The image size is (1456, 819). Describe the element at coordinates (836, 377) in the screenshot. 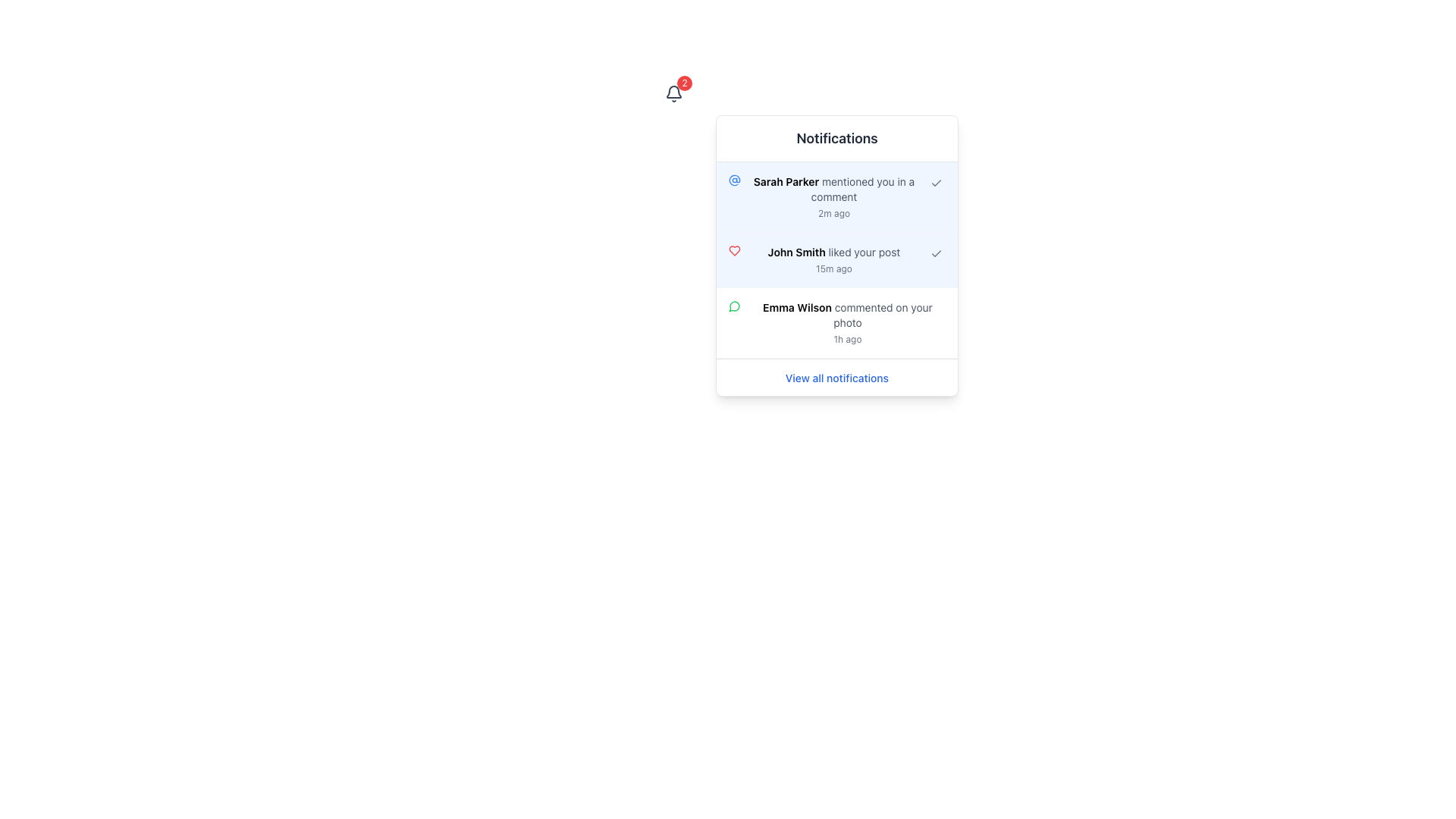

I see `the 'View all notifications' hyperlink located at the bottom of the notification panel, which is styled with a blue font color and underlined on hover` at that location.